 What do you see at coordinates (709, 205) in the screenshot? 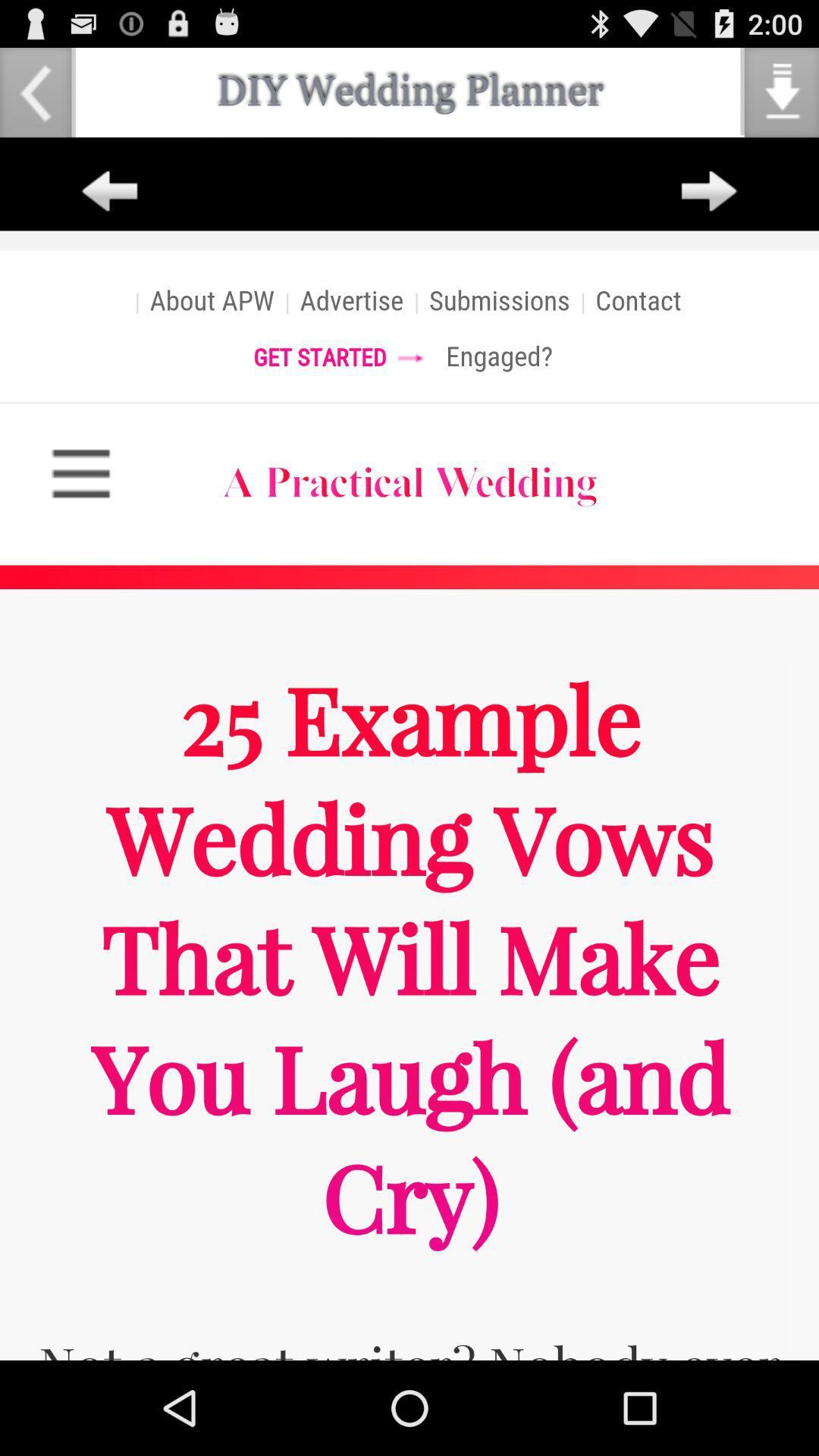
I see `the arrow_forward icon` at bounding box center [709, 205].